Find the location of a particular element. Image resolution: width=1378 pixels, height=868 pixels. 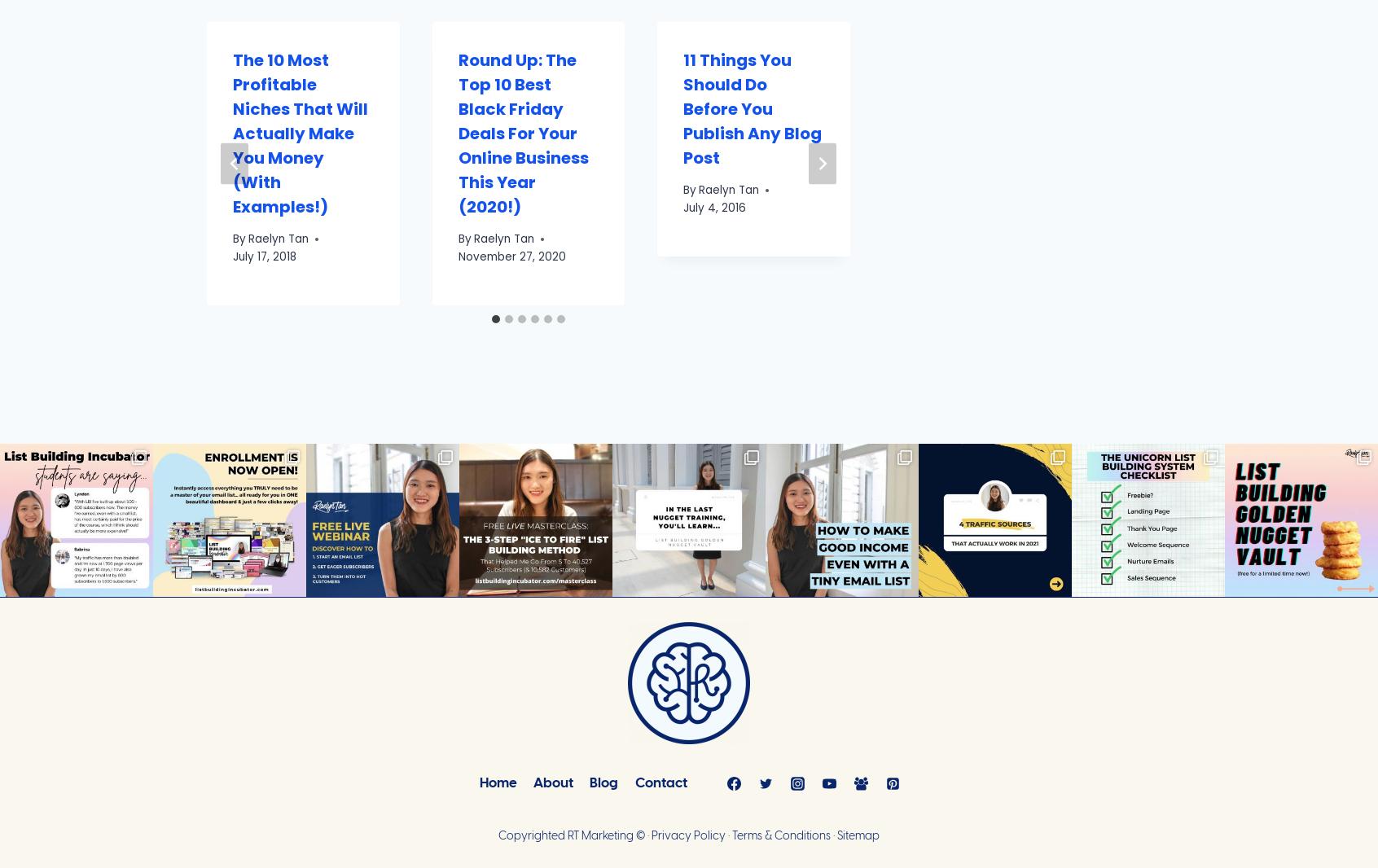

'Sitemap' is located at coordinates (857, 836).